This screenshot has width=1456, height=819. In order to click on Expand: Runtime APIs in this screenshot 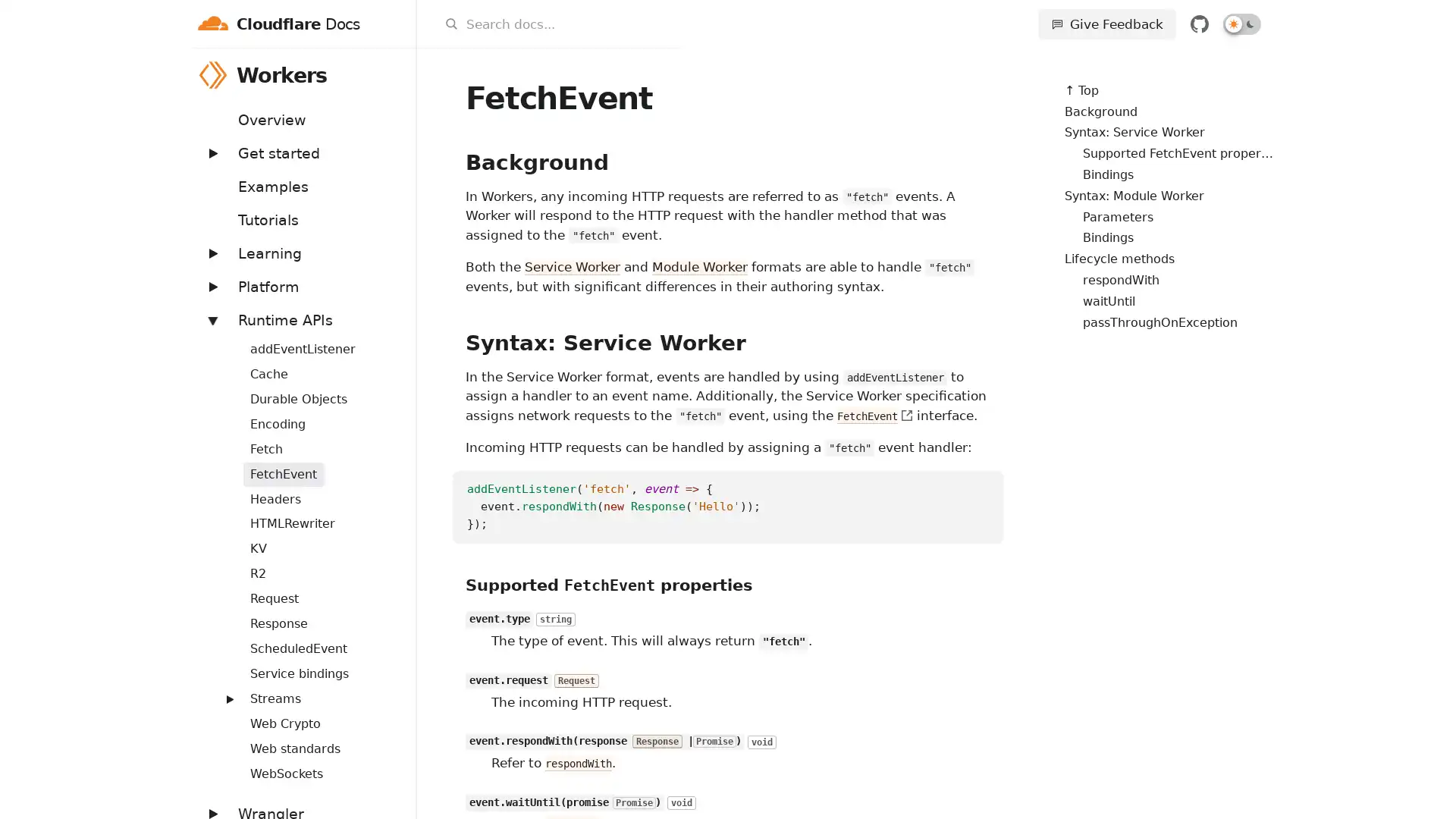, I will do `click(211, 318)`.